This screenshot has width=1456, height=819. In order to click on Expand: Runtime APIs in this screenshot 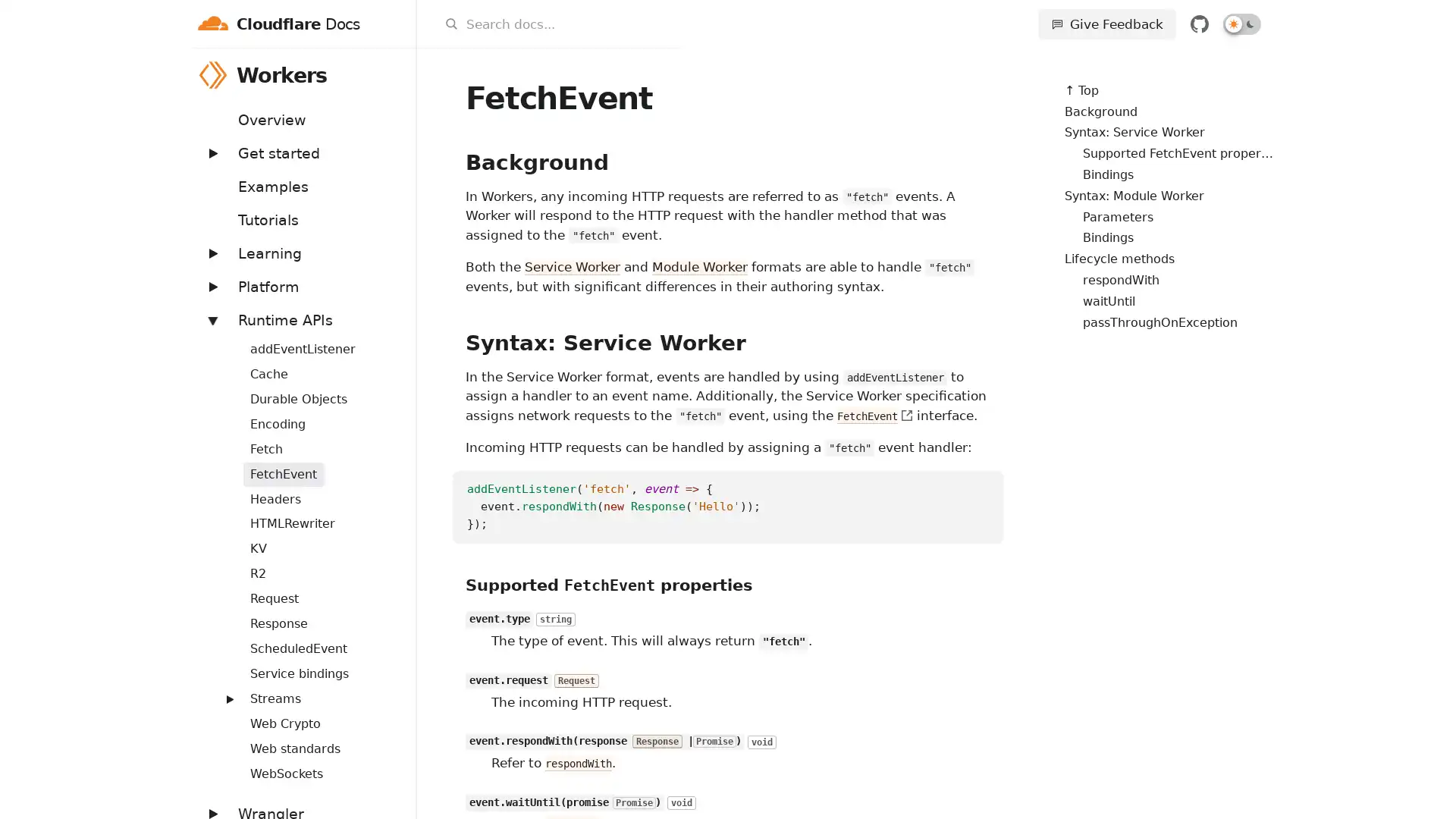, I will do `click(211, 318)`.